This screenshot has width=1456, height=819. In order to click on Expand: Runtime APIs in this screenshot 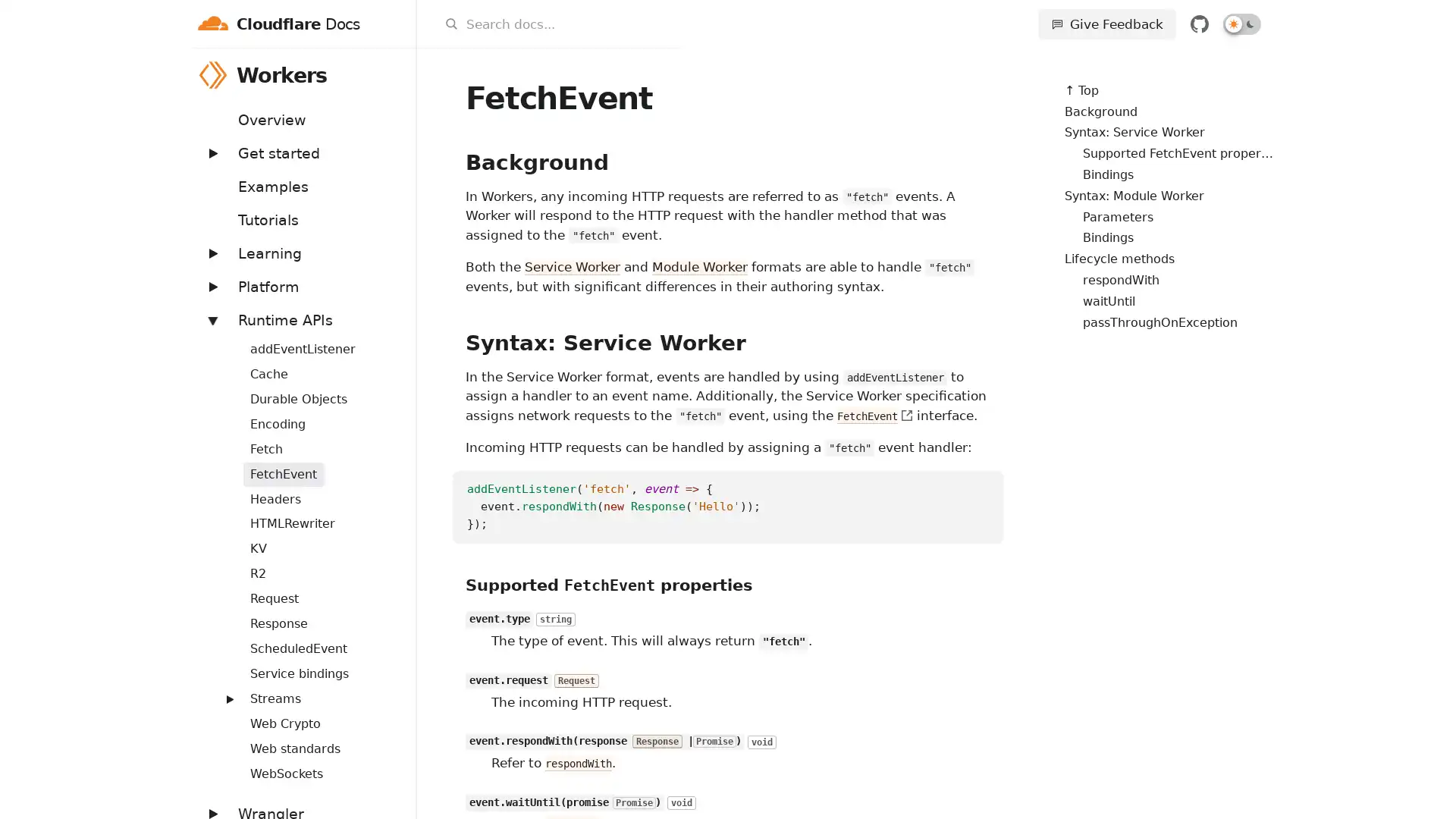, I will do `click(211, 318)`.